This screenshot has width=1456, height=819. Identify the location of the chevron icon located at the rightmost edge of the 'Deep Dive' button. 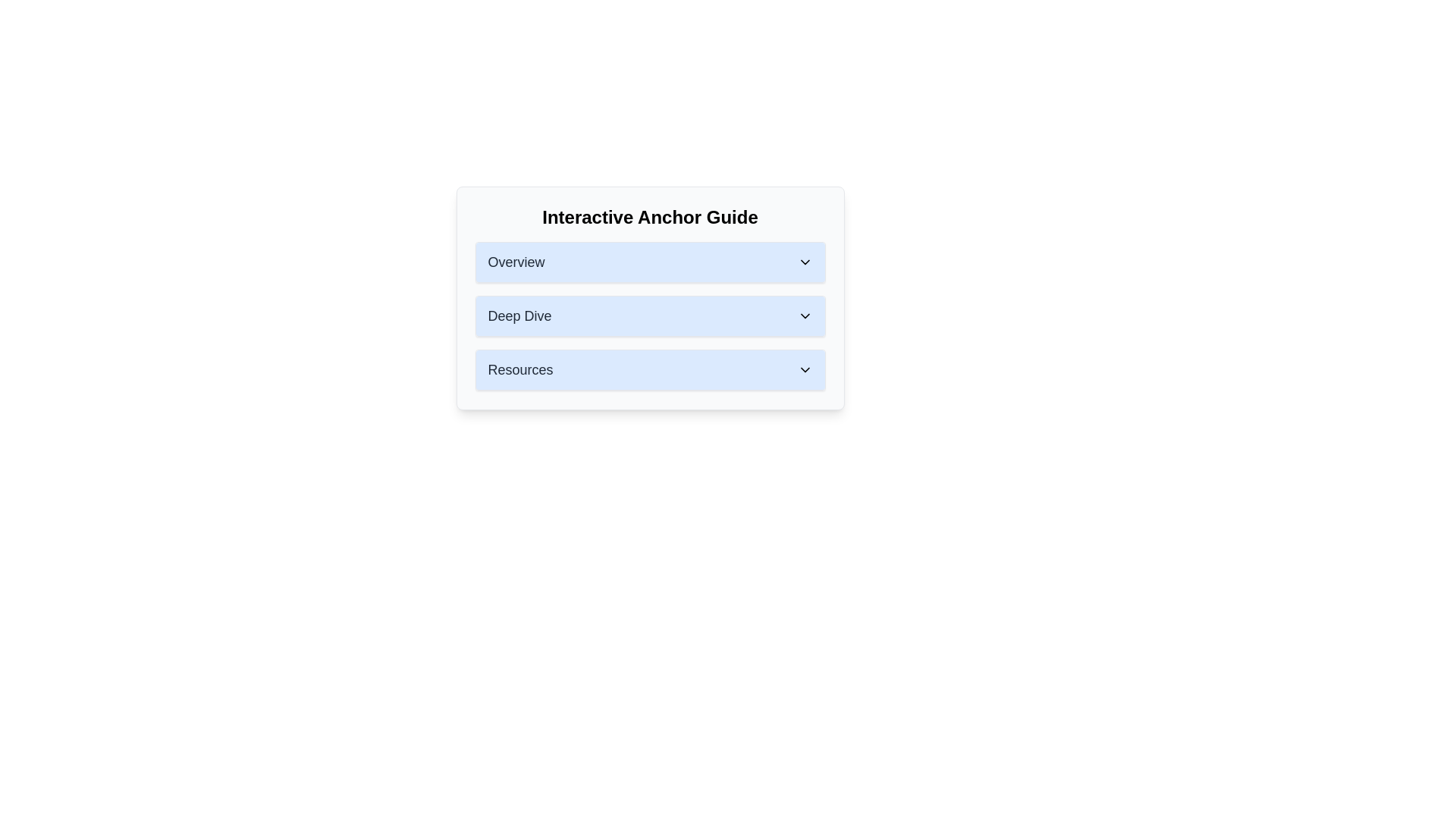
(804, 315).